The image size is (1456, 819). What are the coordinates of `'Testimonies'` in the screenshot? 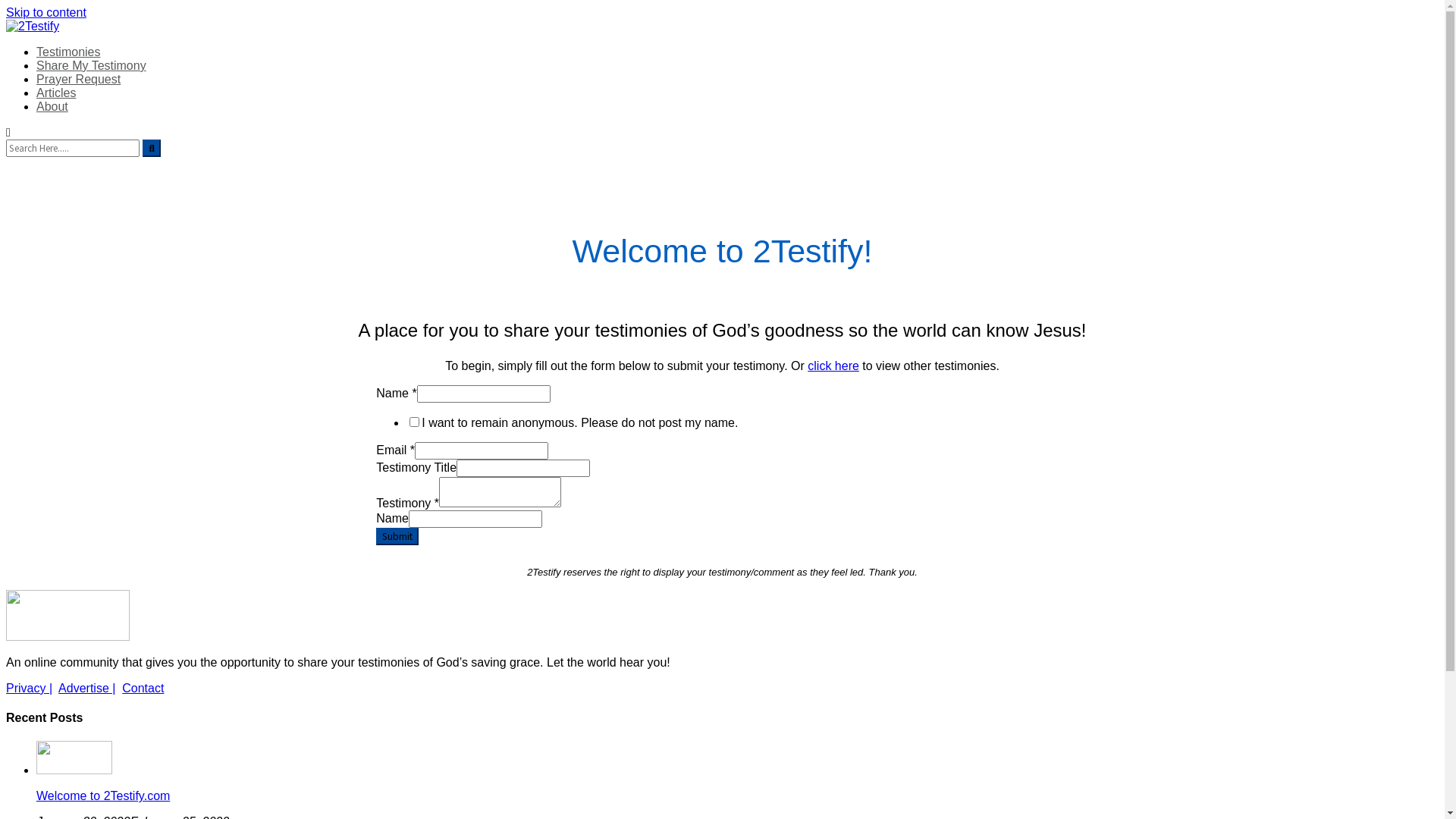 It's located at (67, 51).